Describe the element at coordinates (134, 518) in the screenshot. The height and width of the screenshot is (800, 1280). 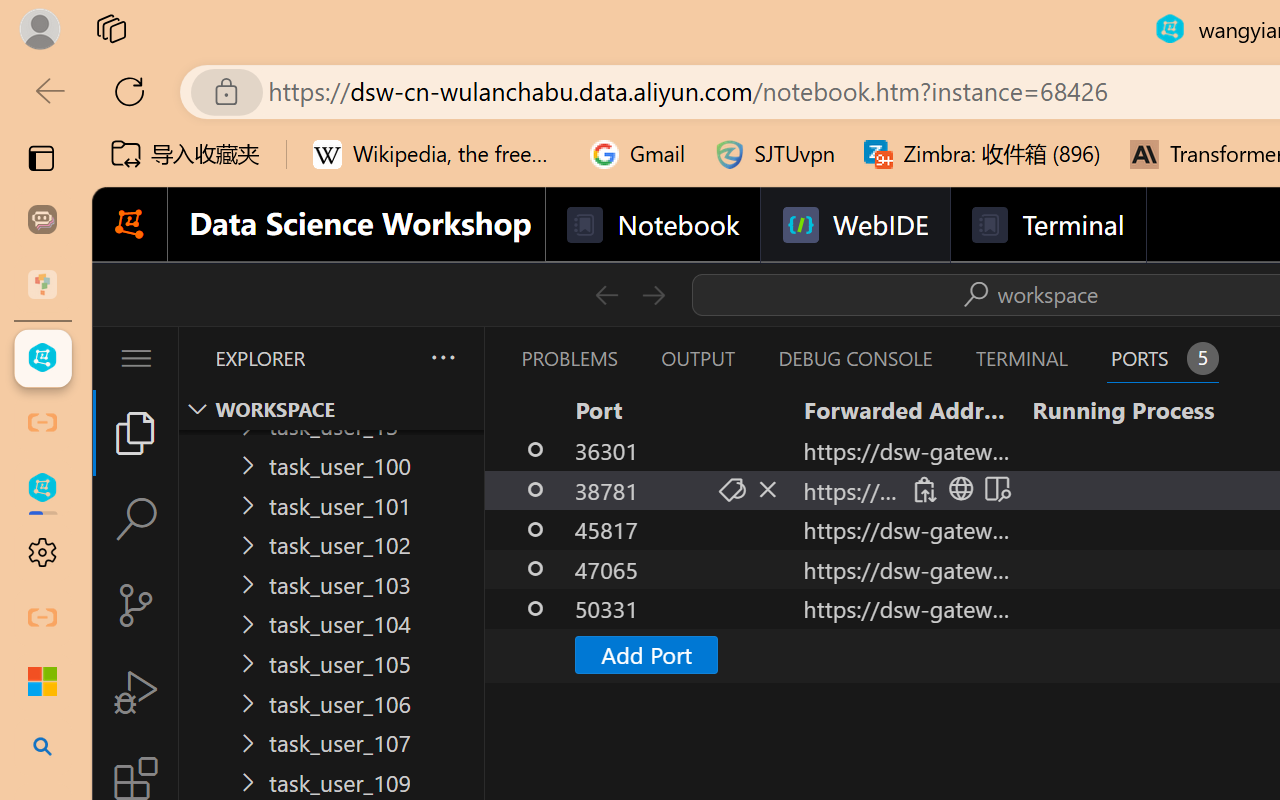
I see `'Search (Ctrl+Shift+F)'` at that location.